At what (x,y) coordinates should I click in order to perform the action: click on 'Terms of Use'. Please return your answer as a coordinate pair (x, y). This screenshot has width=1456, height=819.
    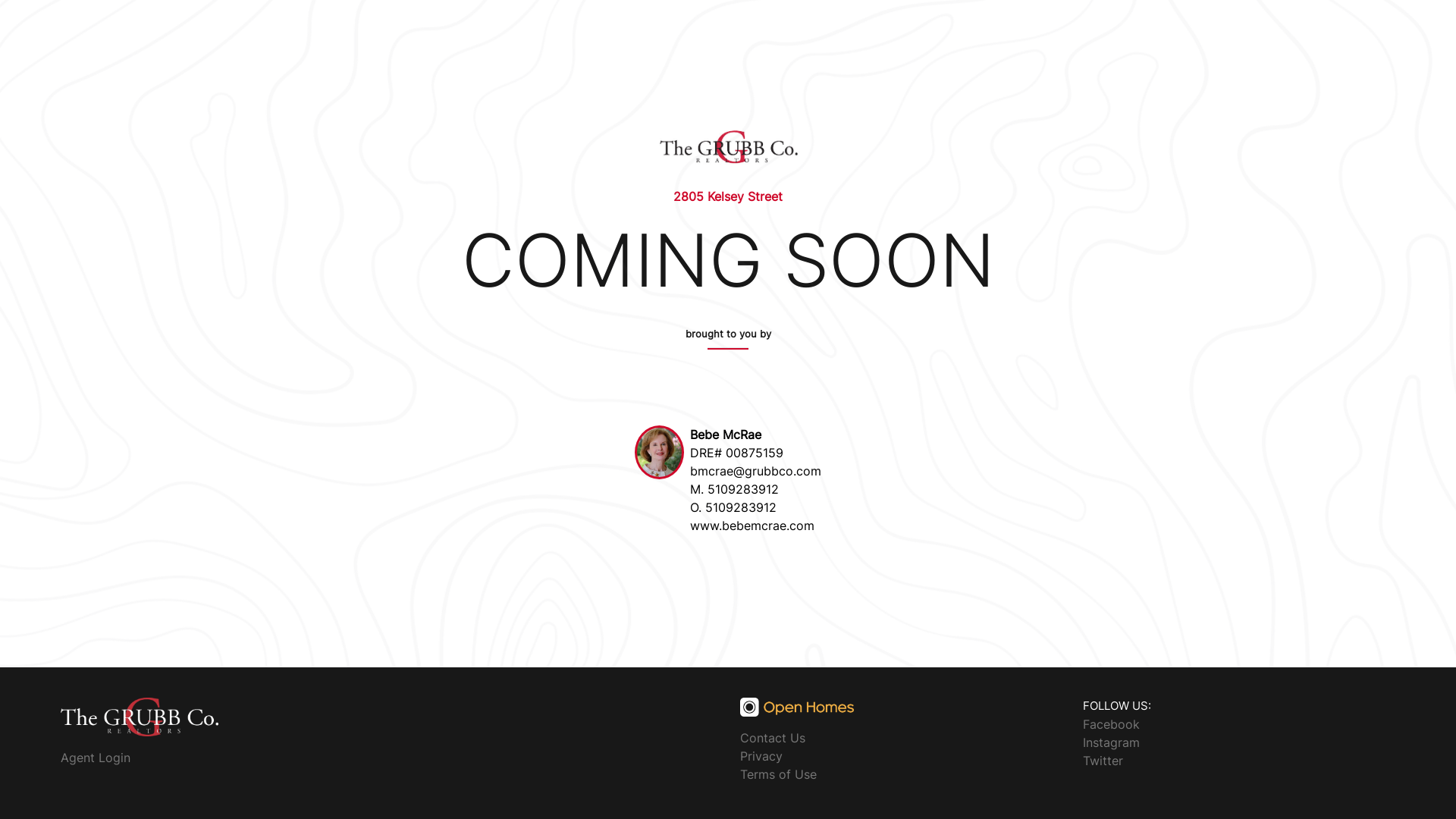
    Looking at the image, I should click on (778, 774).